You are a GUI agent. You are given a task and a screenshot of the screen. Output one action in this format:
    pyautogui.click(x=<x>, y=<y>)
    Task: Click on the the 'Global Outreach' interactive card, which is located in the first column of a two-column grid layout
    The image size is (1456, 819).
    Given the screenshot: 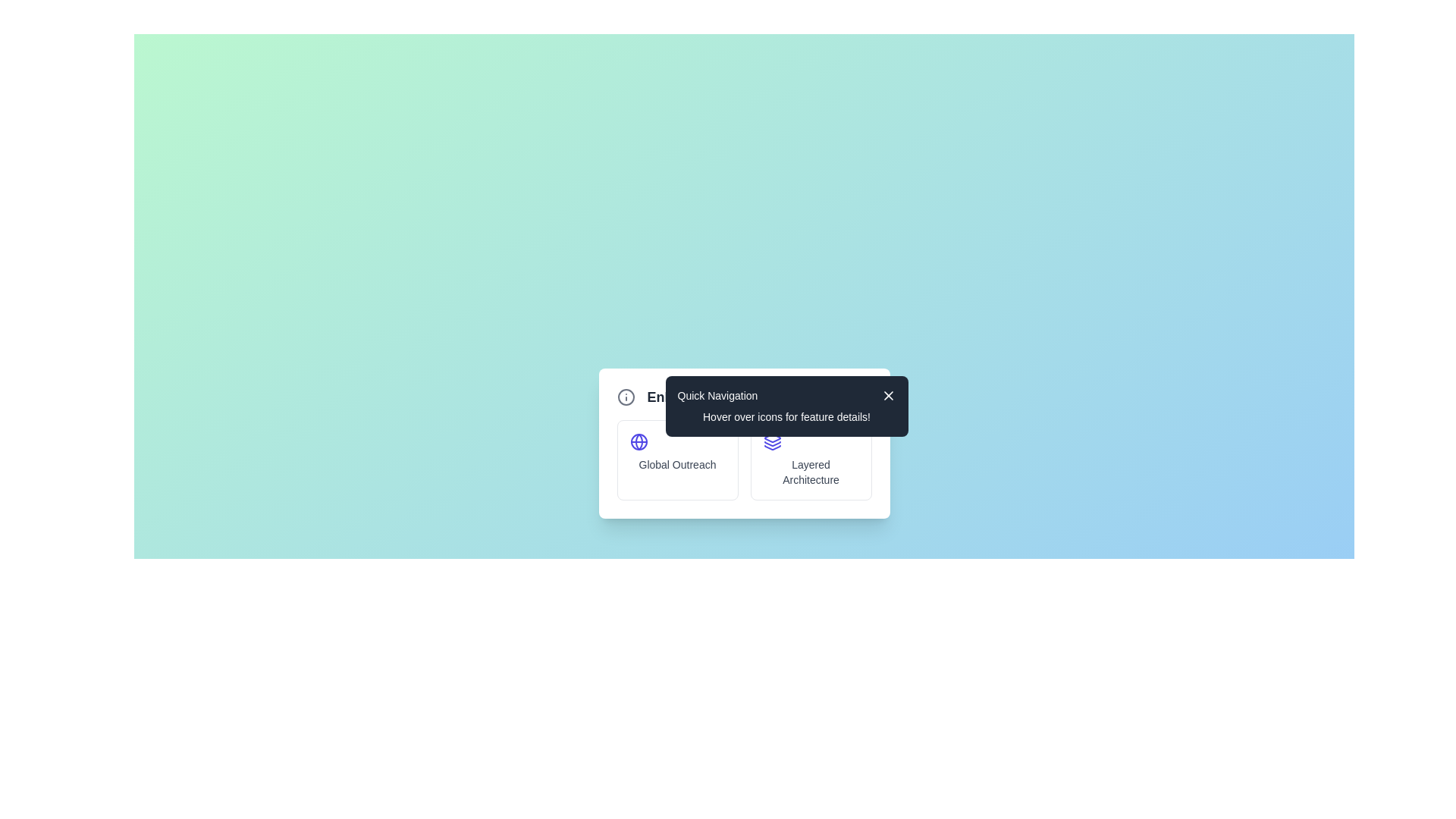 What is the action you would take?
    pyautogui.click(x=676, y=459)
    